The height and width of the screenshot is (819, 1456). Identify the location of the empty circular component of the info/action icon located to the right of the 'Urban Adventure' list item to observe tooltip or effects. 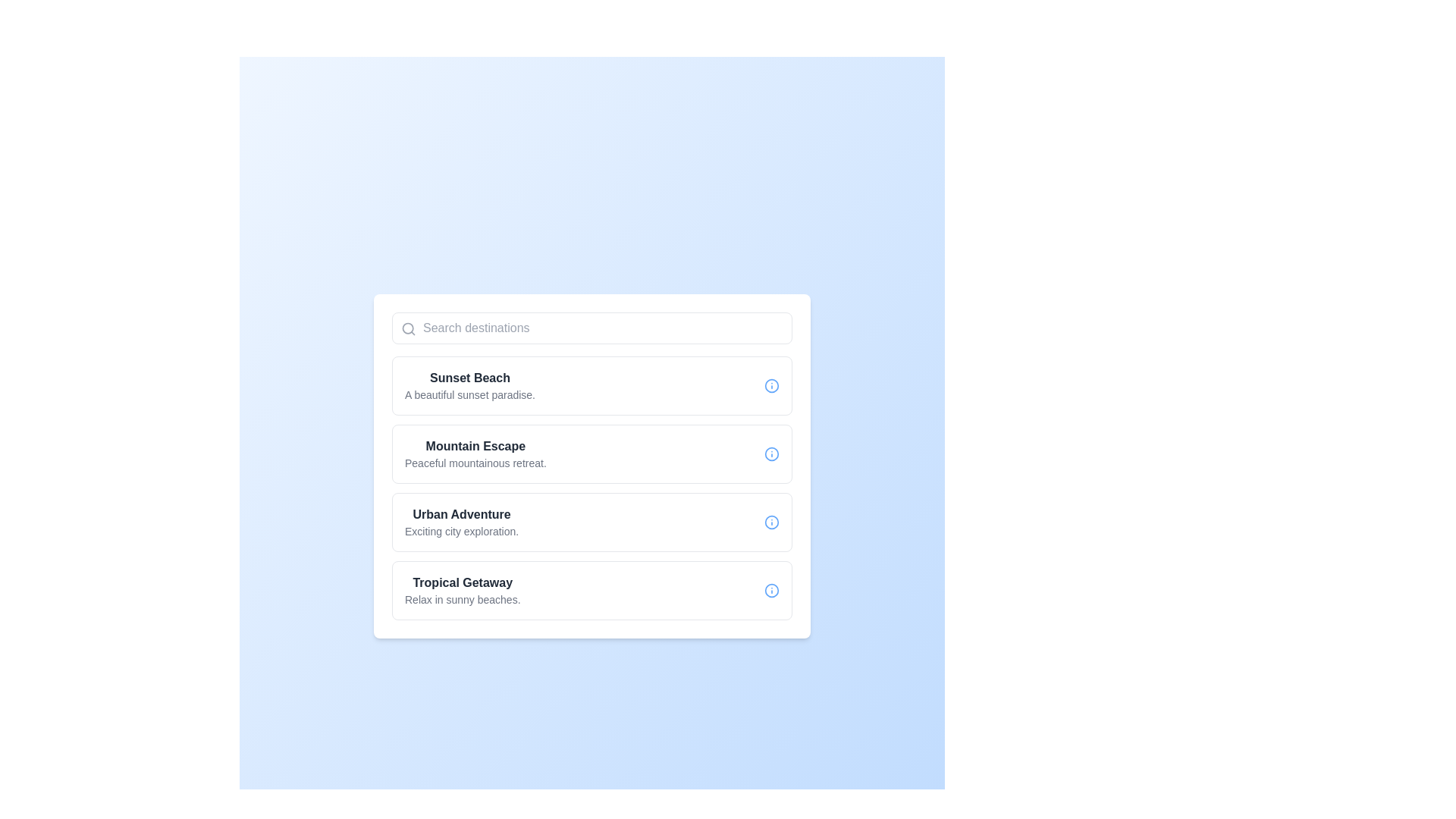
(771, 522).